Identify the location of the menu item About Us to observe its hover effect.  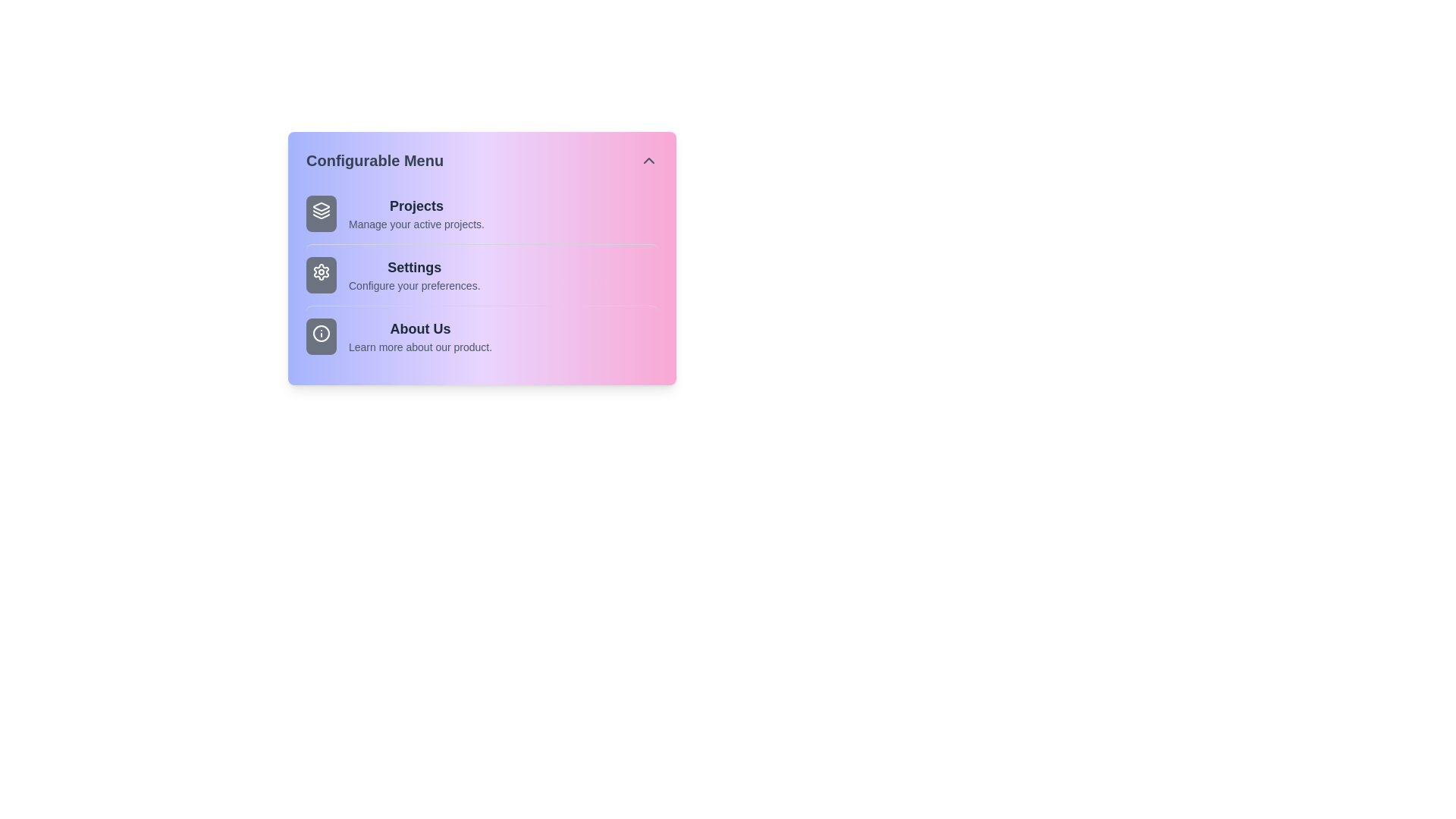
(481, 335).